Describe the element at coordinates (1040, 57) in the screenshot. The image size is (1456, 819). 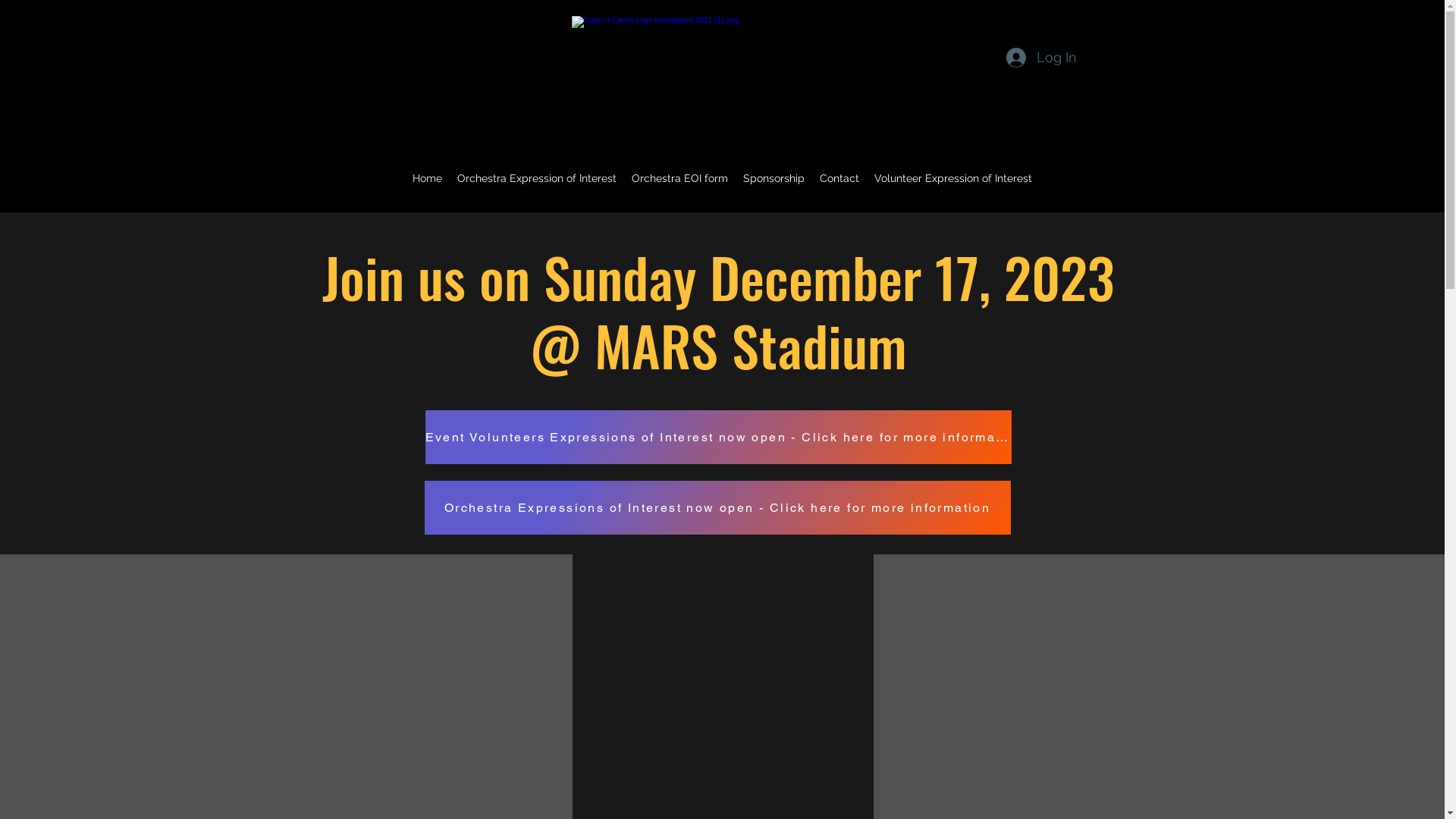
I see `'Log In'` at that location.